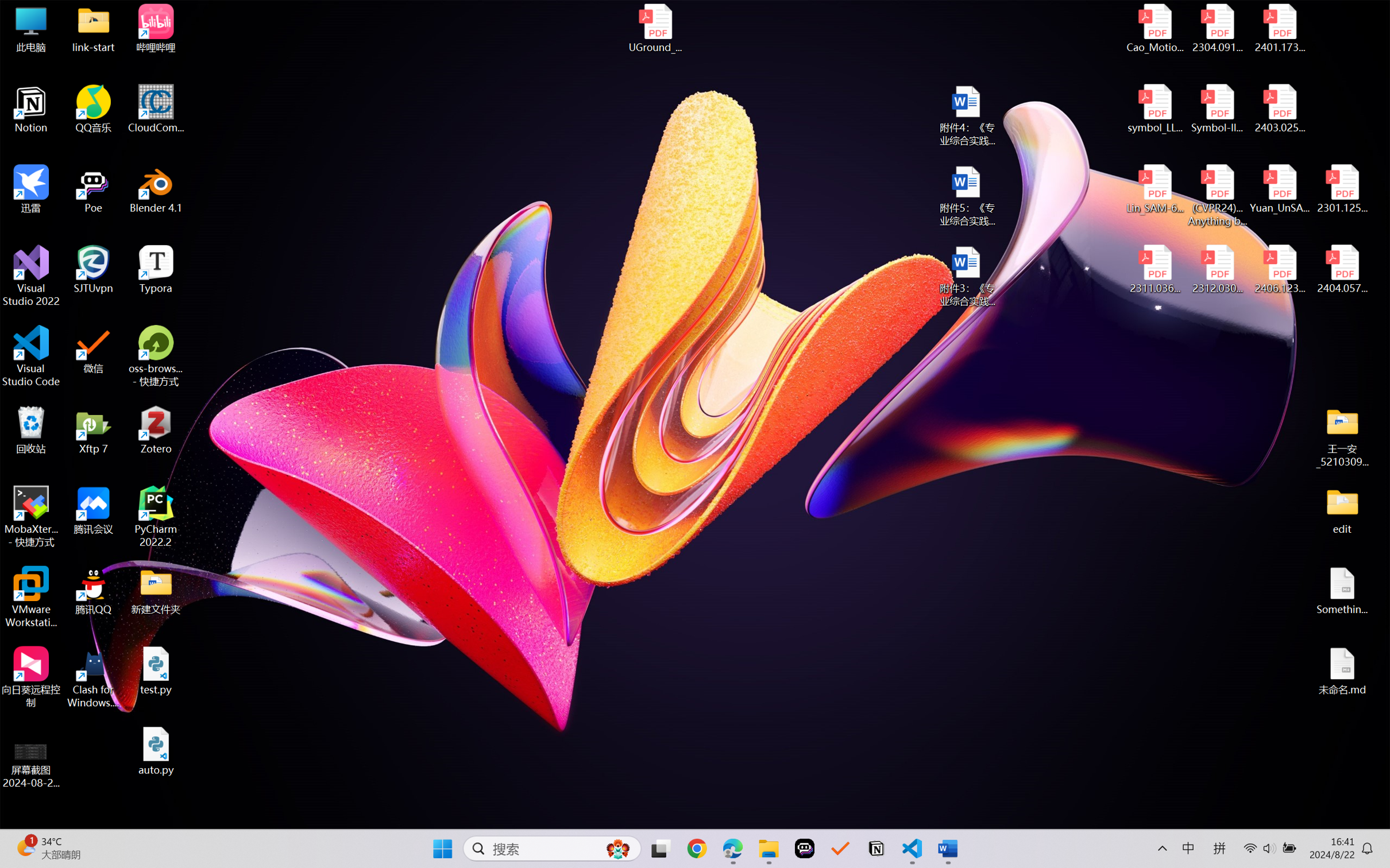  What do you see at coordinates (1341, 591) in the screenshot?
I see `'Something.md'` at bounding box center [1341, 591].